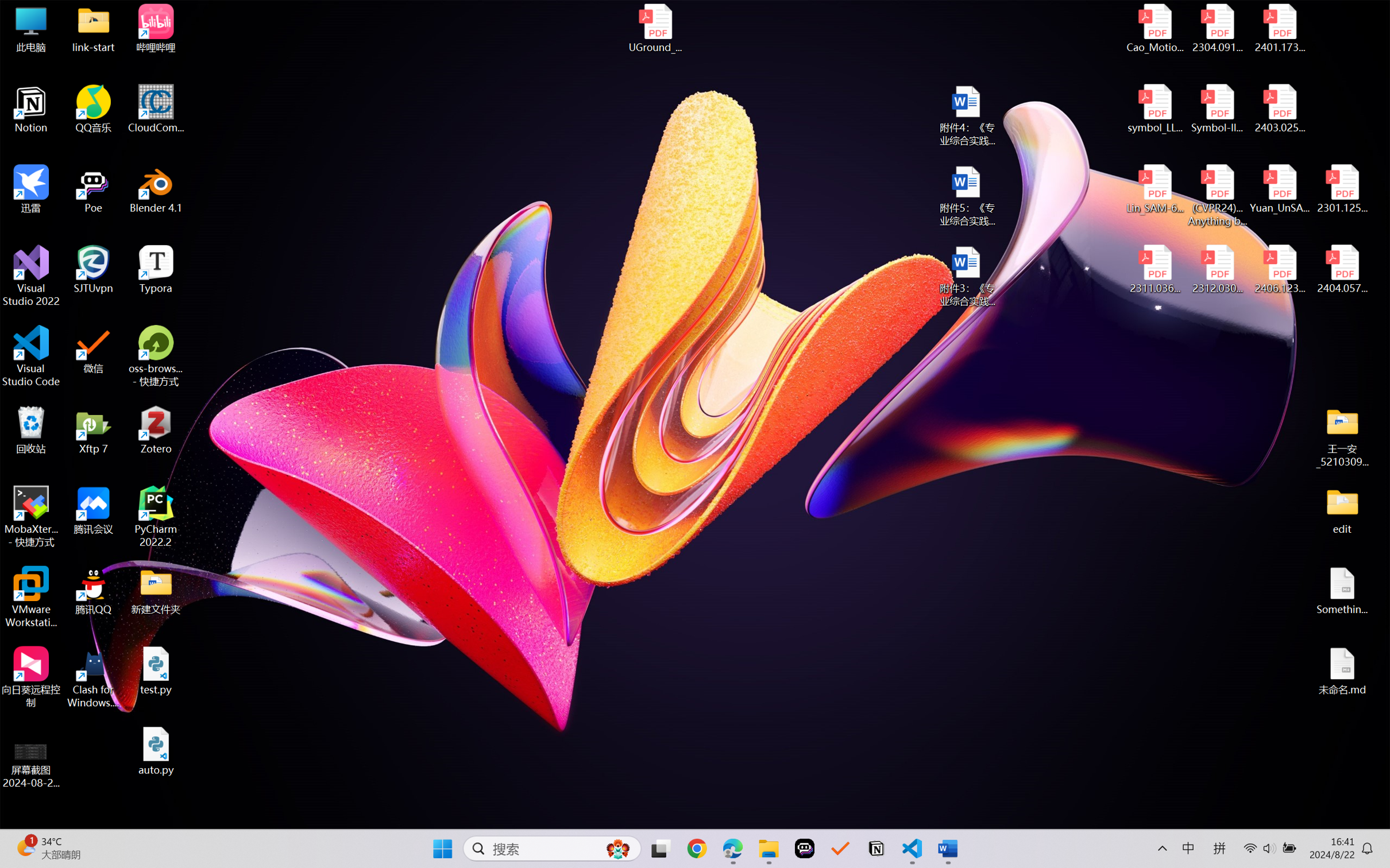  What do you see at coordinates (1341, 591) in the screenshot?
I see `'Something.md'` at bounding box center [1341, 591].